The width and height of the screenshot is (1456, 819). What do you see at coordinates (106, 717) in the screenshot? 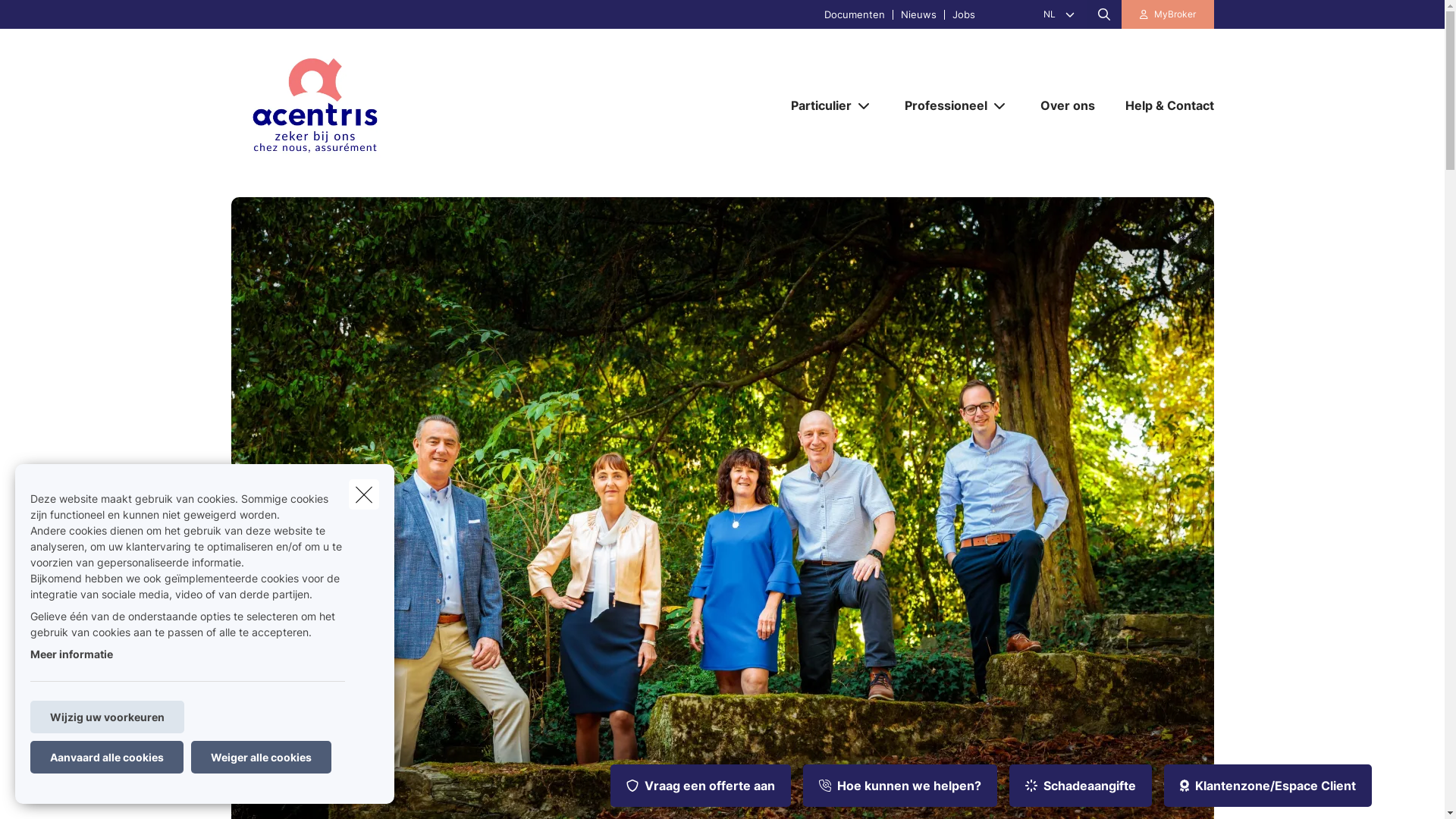
I see `'Wijzig uw voorkeuren'` at bounding box center [106, 717].